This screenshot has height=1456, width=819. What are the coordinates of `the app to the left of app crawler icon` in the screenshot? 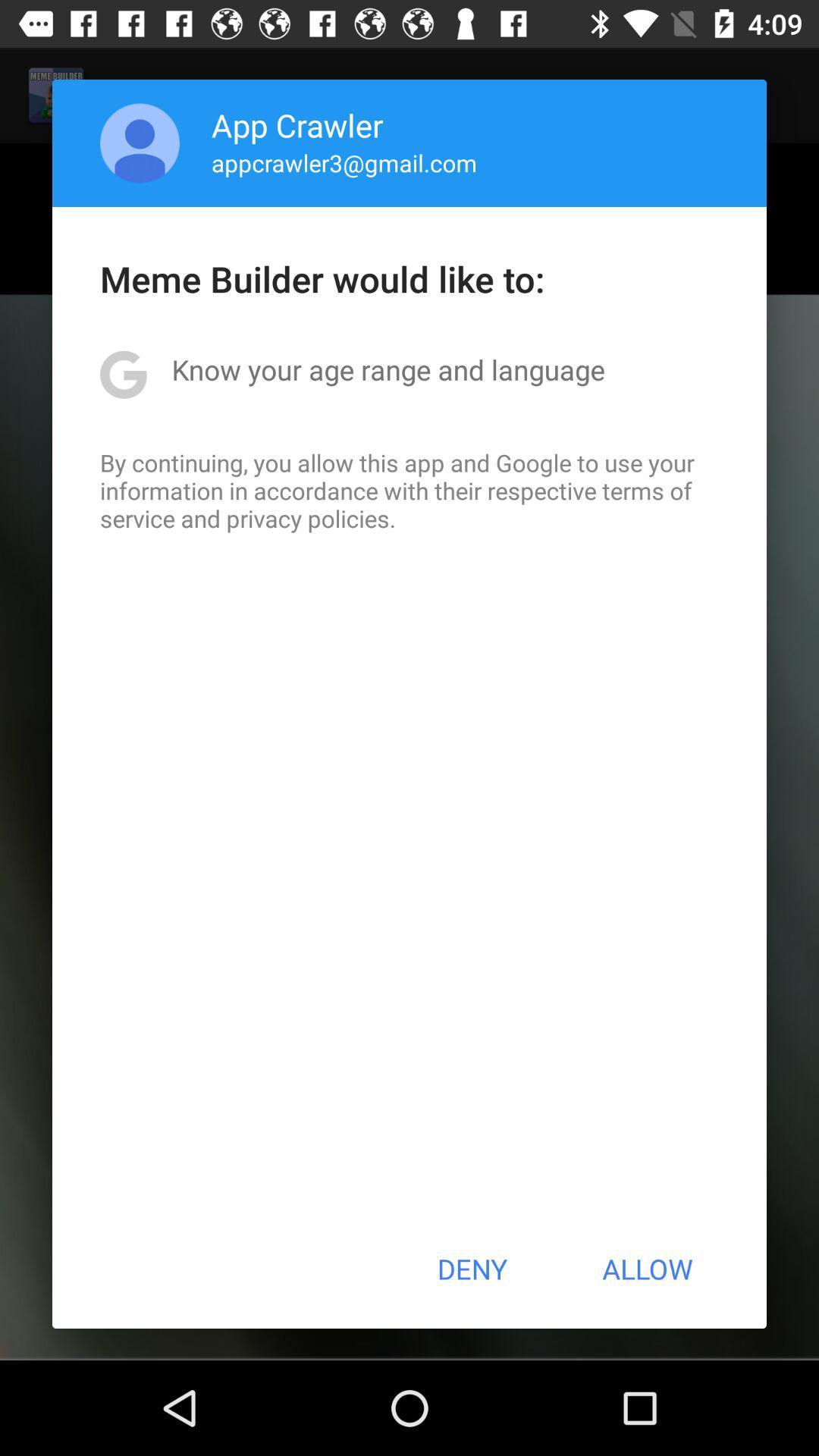 It's located at (140, 143).